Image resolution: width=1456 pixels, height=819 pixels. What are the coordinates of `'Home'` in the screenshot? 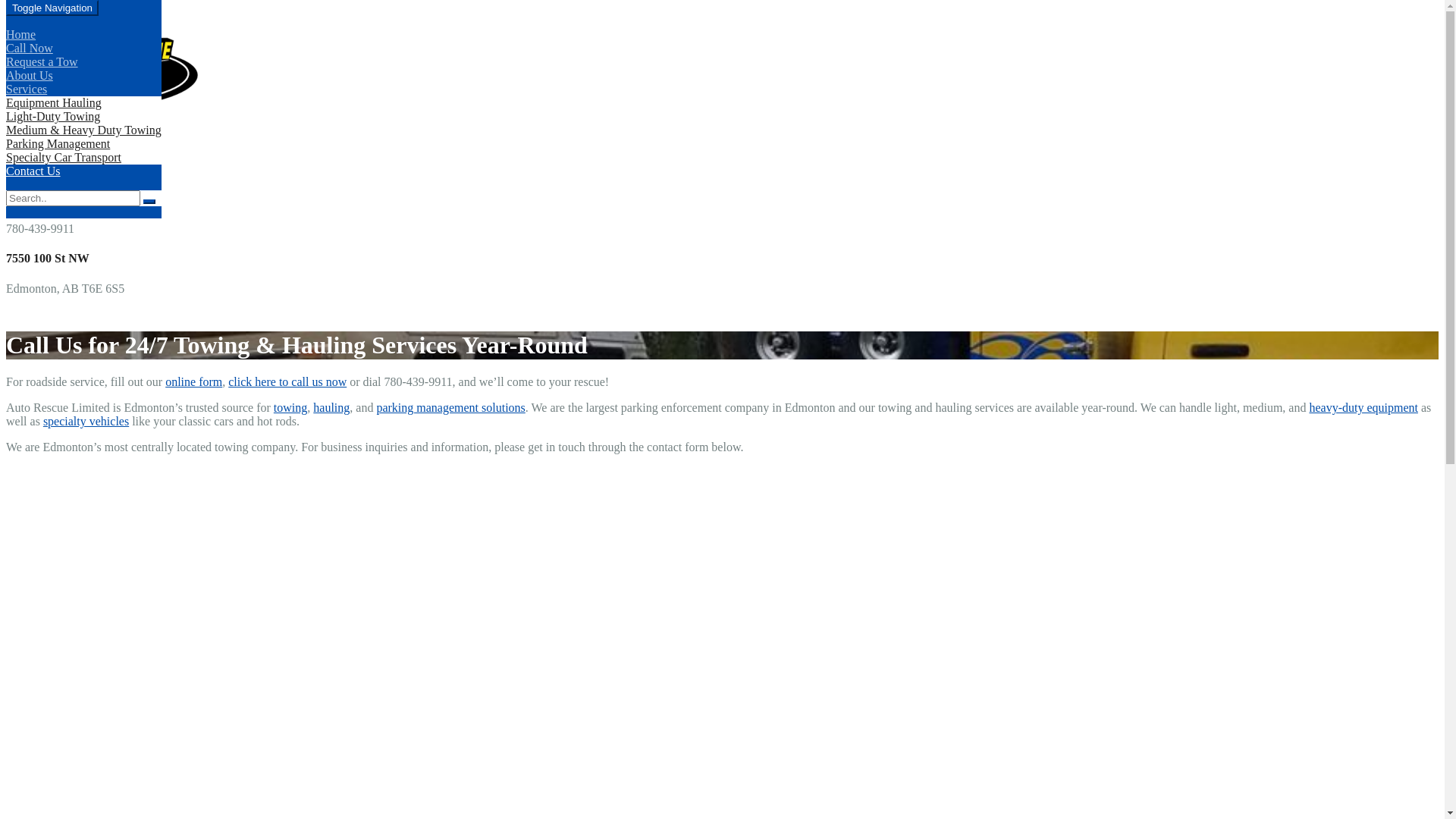 It's located at (20, 34).